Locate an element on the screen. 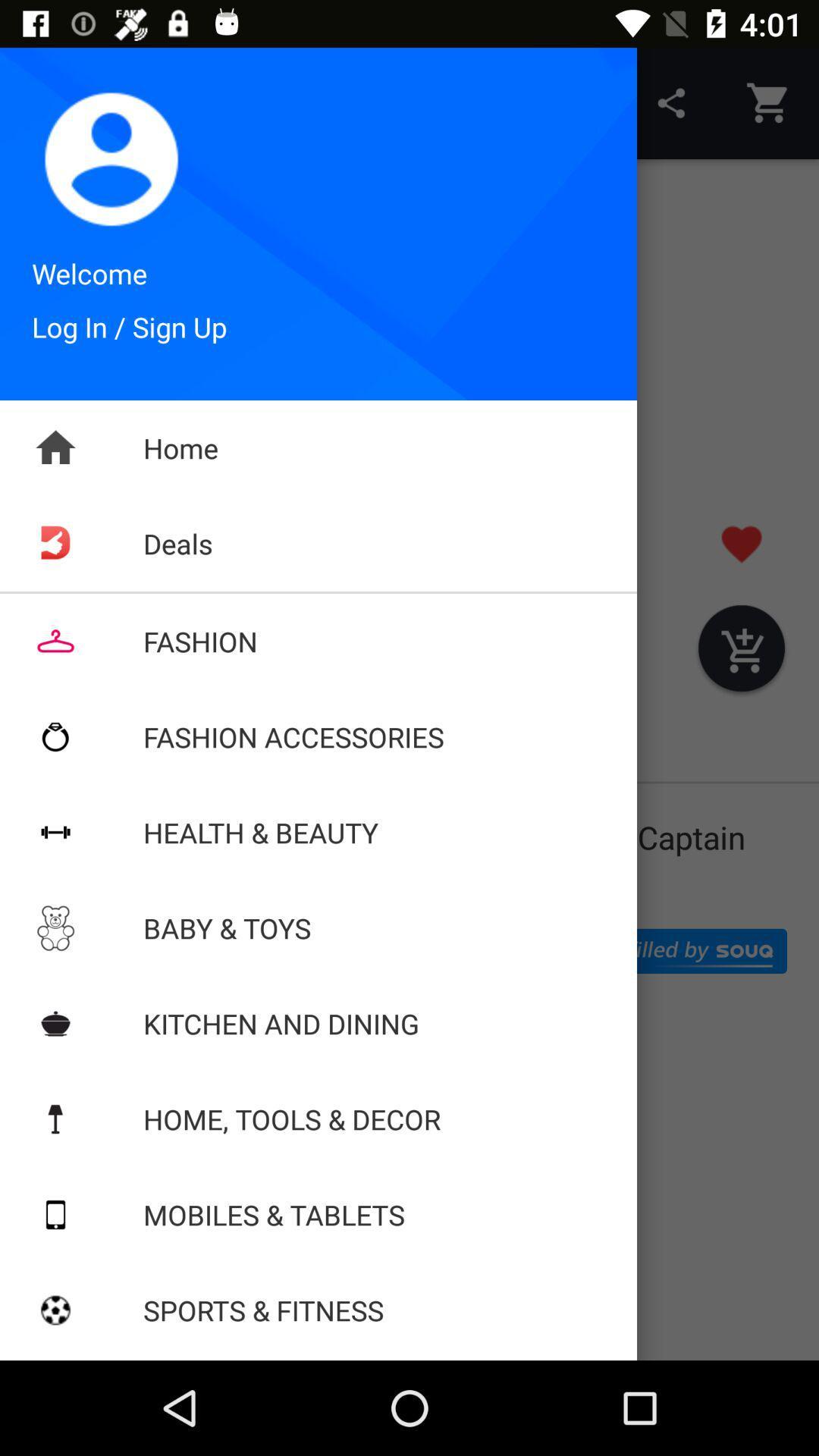 Image resolution: width=819 pixels, height=1456 pixels. the favorite icon is located at coordinates (741, 544).